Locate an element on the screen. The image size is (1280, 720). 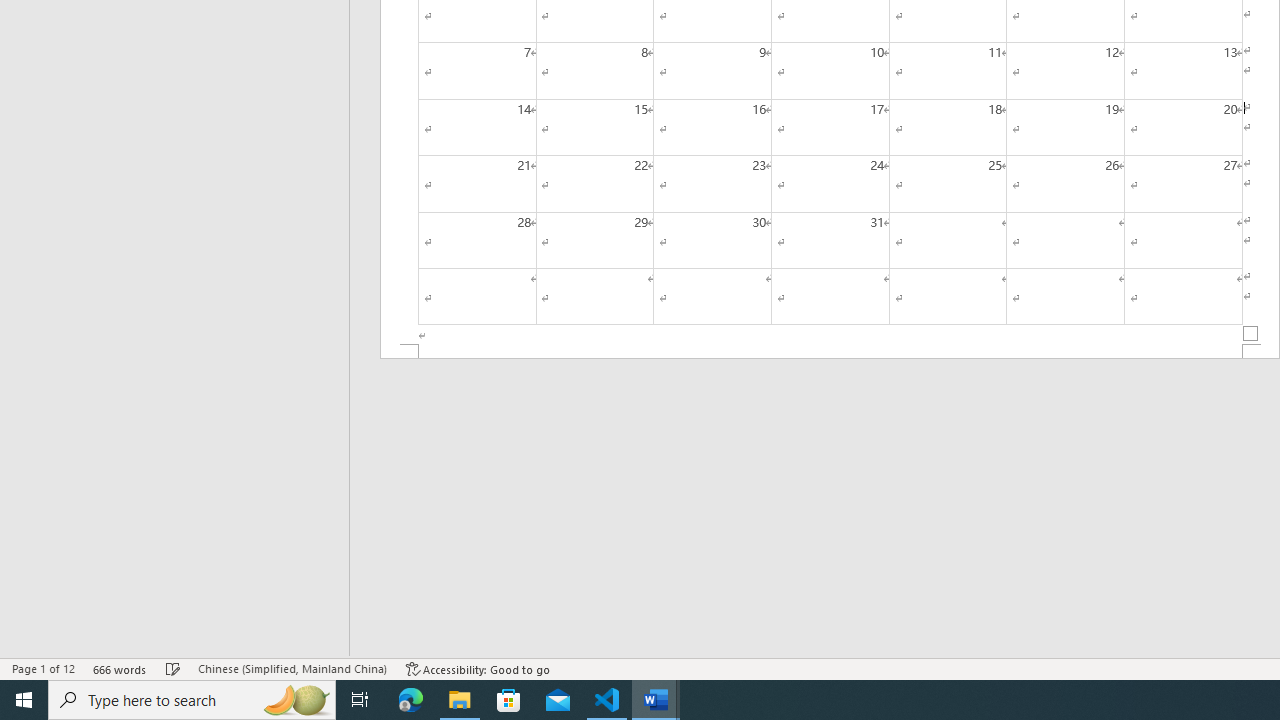
'Language Chinese (Simplified, Mainland China)' is located at coordinates (291, 669).